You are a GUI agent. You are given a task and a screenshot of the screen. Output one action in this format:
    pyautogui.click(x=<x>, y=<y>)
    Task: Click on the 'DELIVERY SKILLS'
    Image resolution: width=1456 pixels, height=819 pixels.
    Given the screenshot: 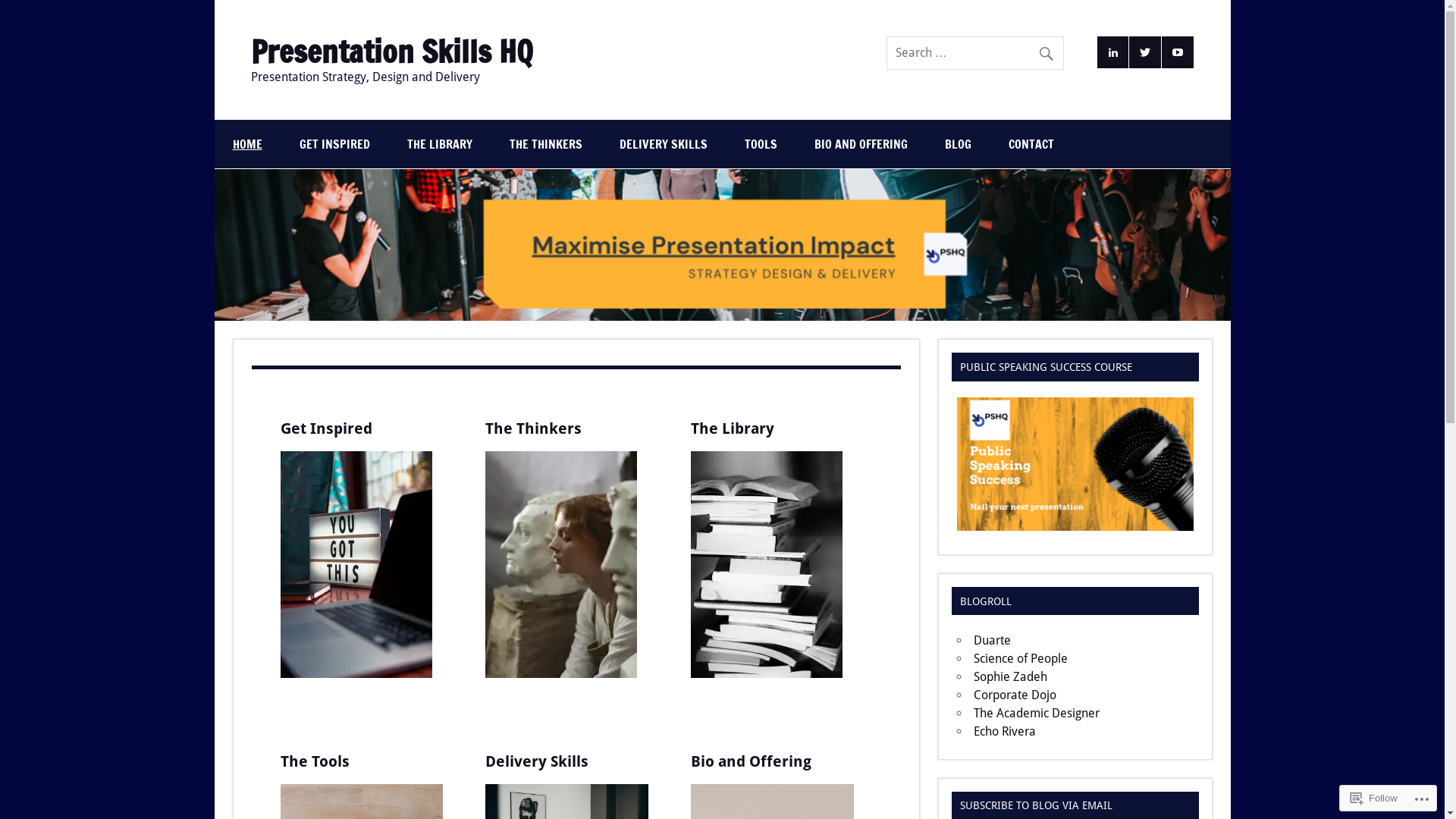 What is the action you would take?
    pyautogui.click(x=662, y=143)
    